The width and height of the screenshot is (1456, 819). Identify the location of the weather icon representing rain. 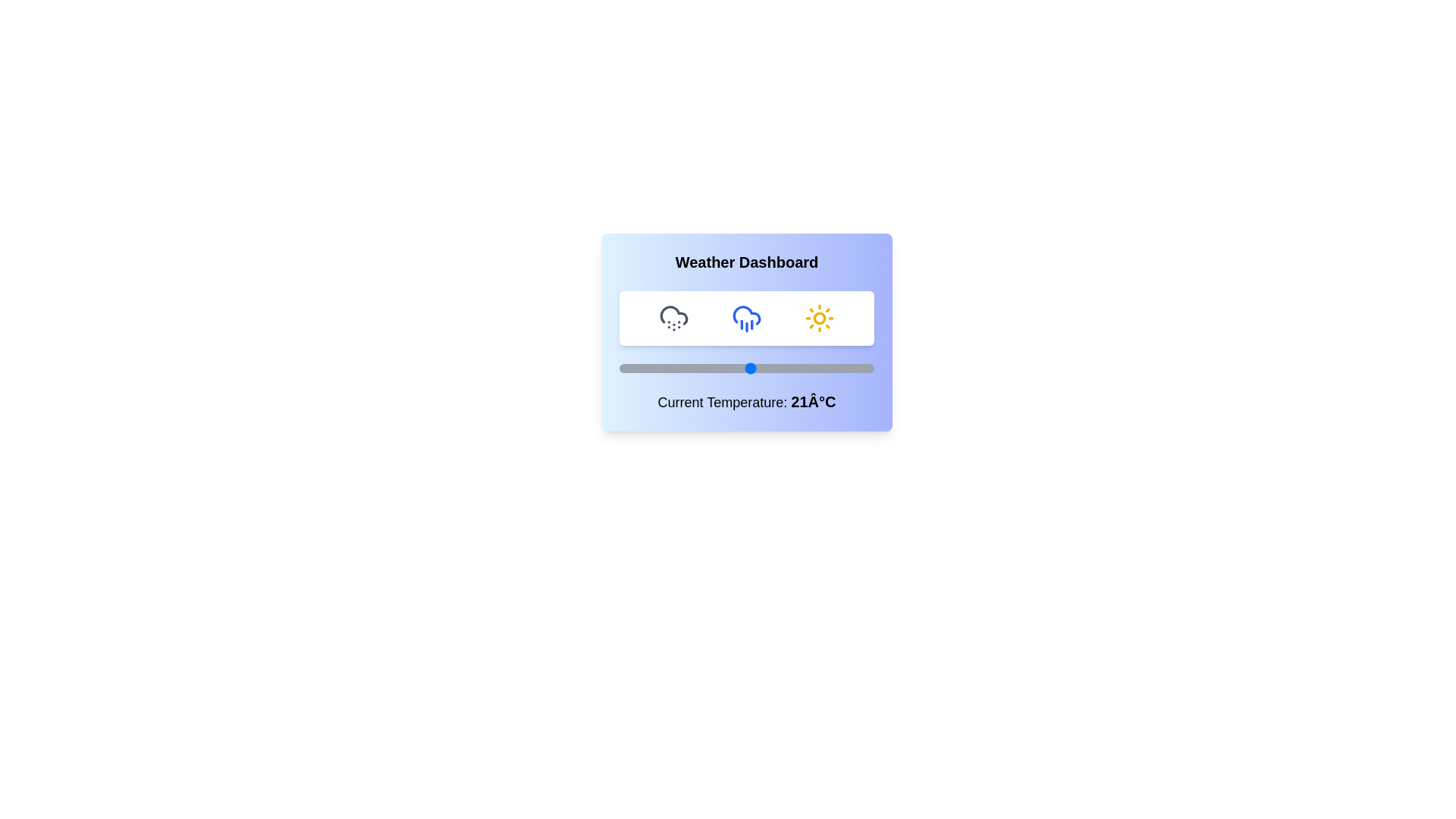
(746, 318).